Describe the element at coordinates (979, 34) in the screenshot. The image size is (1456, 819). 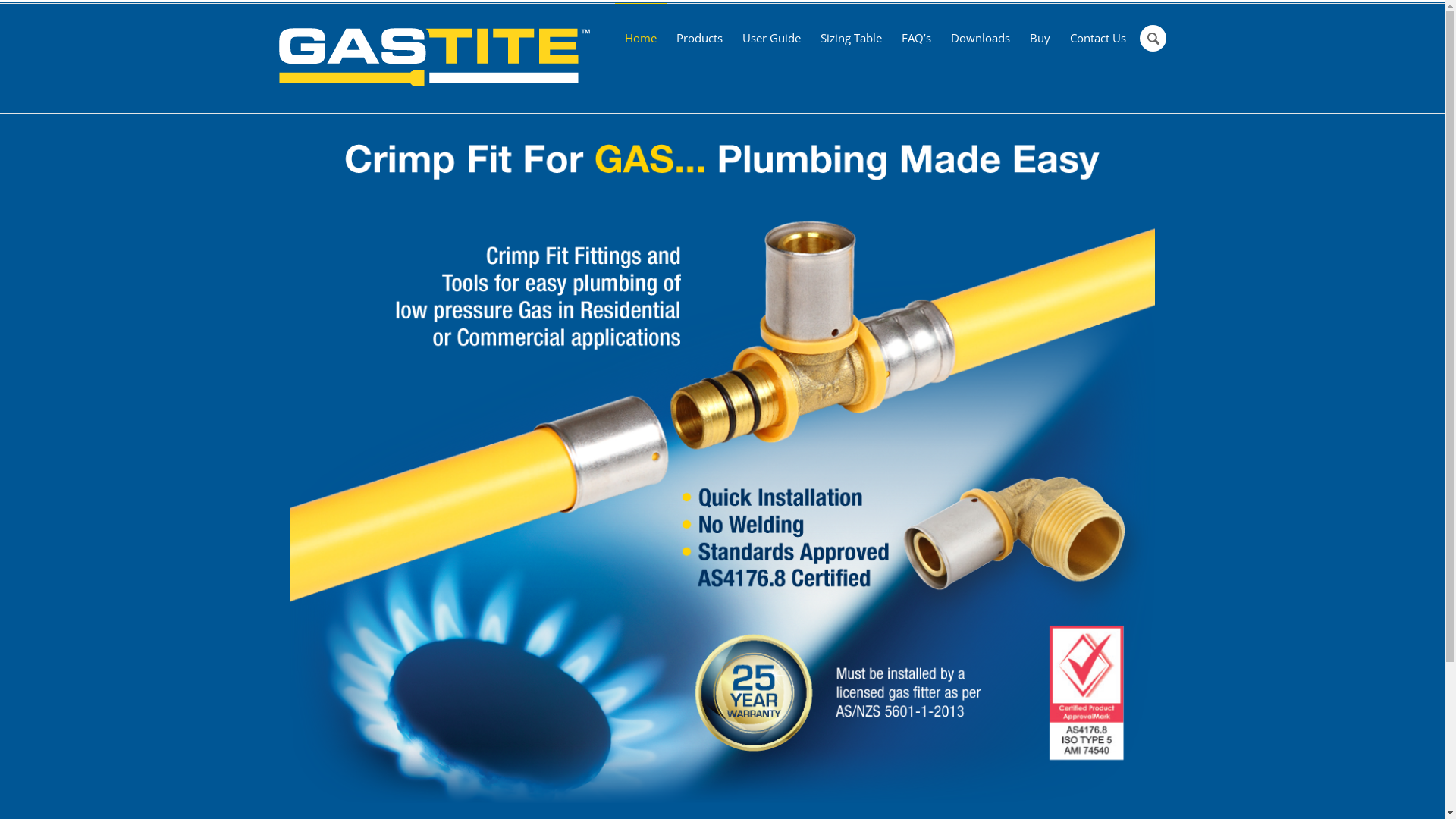
I see `'Downloads'` at that location.